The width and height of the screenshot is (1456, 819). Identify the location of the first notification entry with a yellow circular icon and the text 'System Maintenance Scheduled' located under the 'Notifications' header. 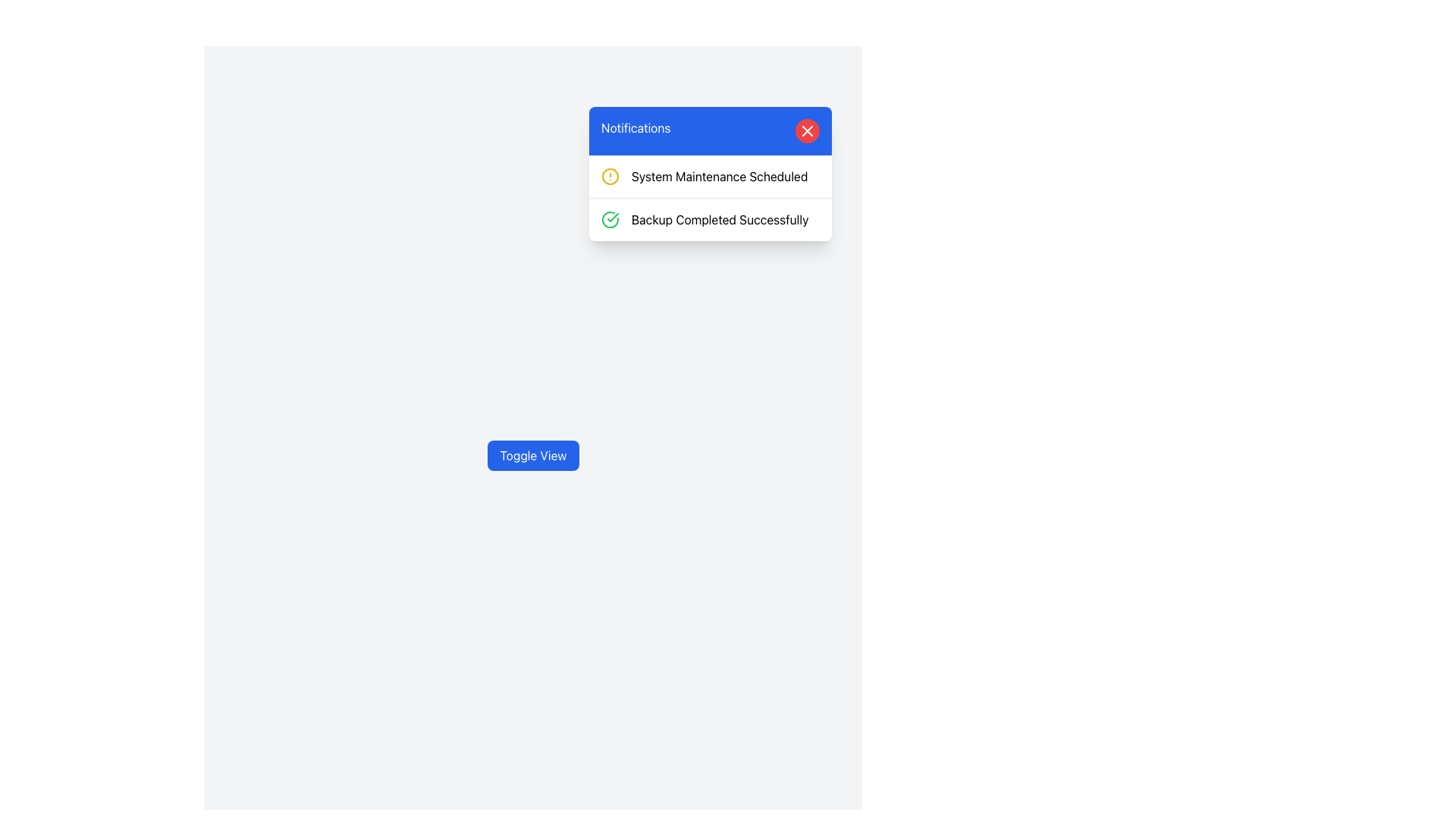
(709, 175).